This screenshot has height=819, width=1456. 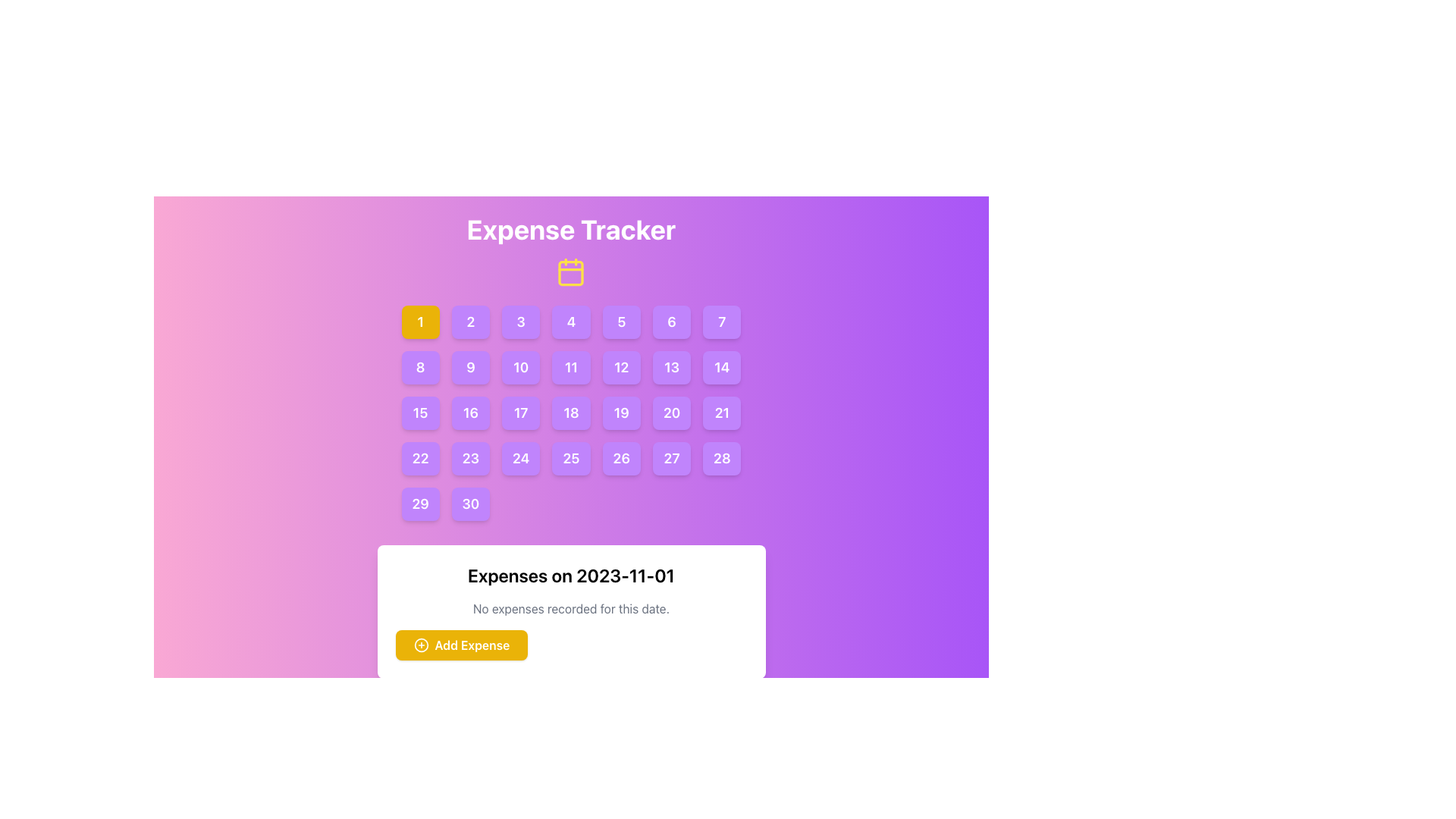 I want to click on the button representing the 9th day in the calendar interface, so click(x=469, y=368).